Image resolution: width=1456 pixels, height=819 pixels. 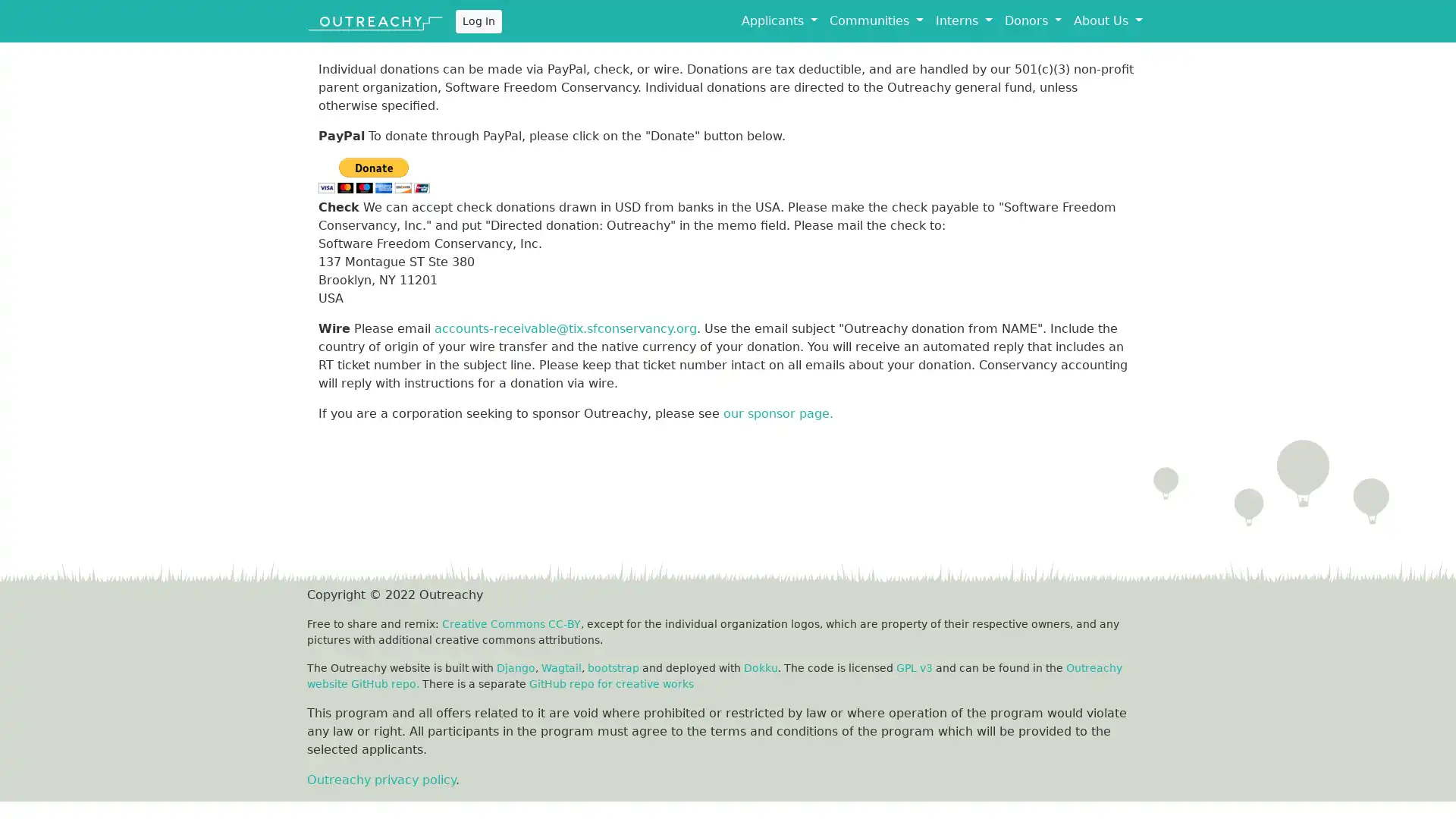 I want to click on PayPal - The safer, easier way to pay online!, so click(x=374, y=174).